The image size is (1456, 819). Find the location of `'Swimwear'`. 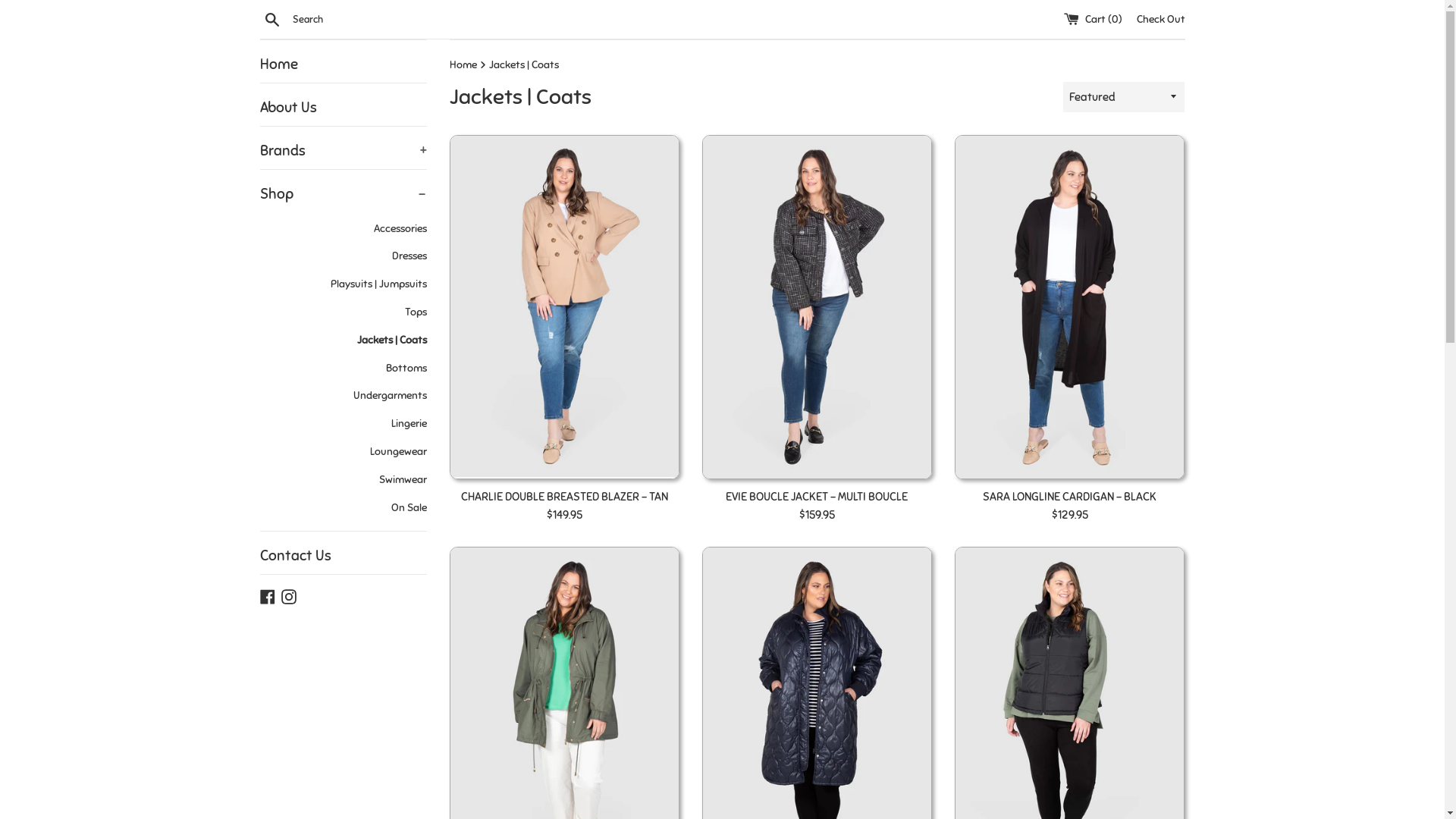

'Swimwear' is located at coordinates (341, 480).